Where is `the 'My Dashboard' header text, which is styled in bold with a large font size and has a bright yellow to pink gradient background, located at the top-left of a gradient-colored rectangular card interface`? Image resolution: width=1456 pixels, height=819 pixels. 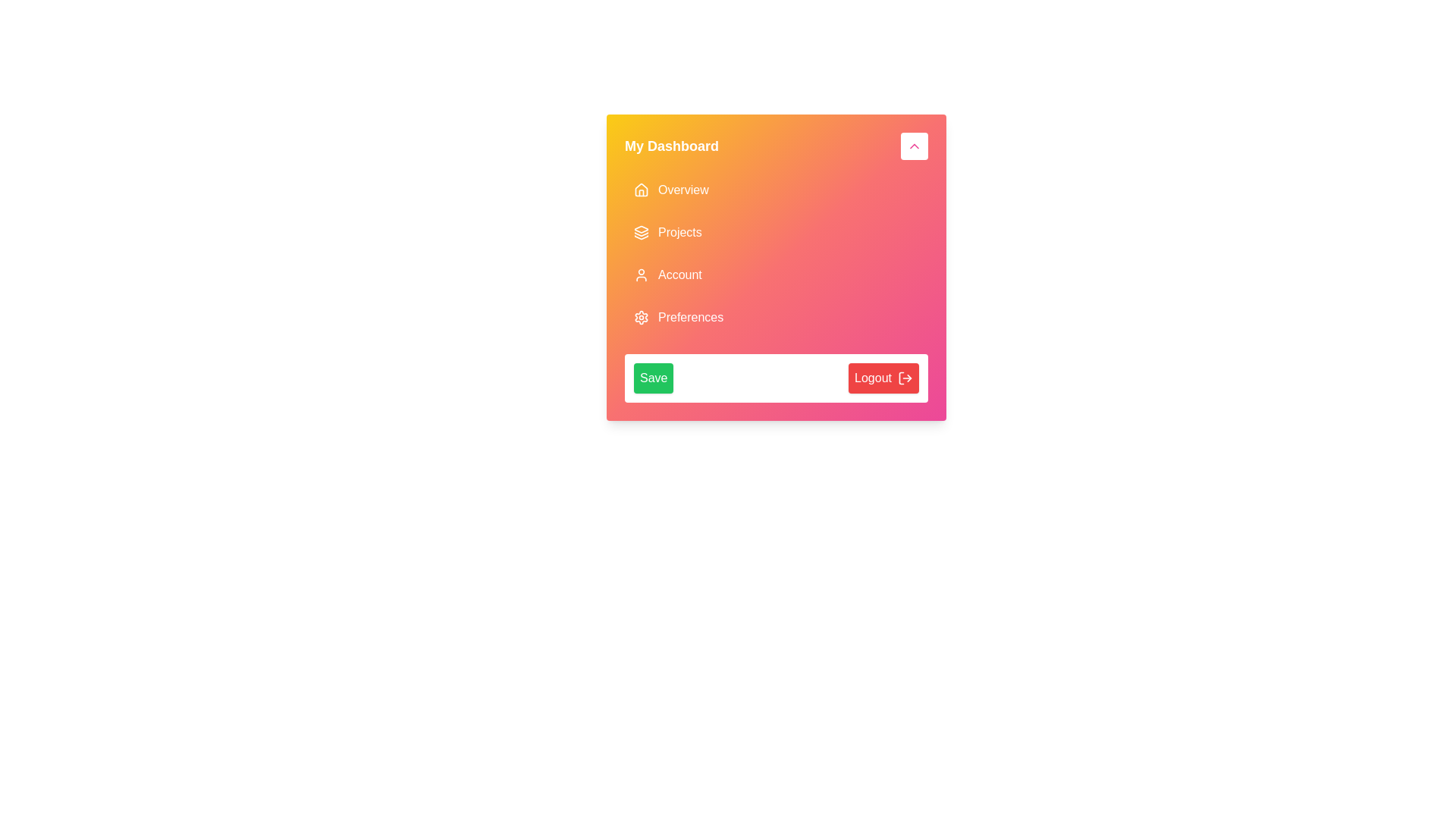 the 'My Dashboard' header text, which is styled in bold with a large font size and has a bright yellow to pink gradient background, located at the top-left of a gradient-colored rectangular card interface is located at coordinates (671, 146).